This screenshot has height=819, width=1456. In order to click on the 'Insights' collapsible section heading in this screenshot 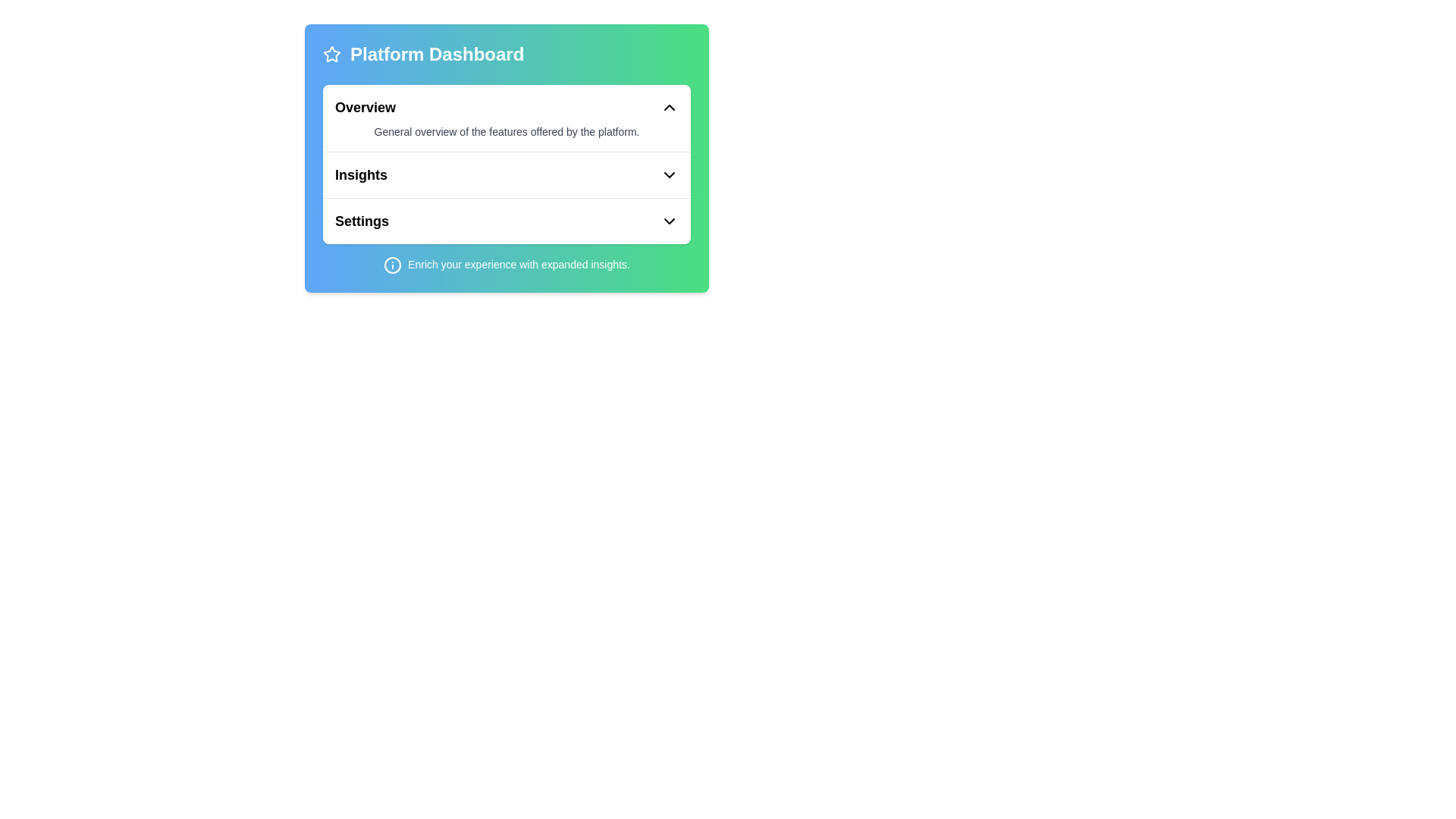, I will do `click(507, 174)`.